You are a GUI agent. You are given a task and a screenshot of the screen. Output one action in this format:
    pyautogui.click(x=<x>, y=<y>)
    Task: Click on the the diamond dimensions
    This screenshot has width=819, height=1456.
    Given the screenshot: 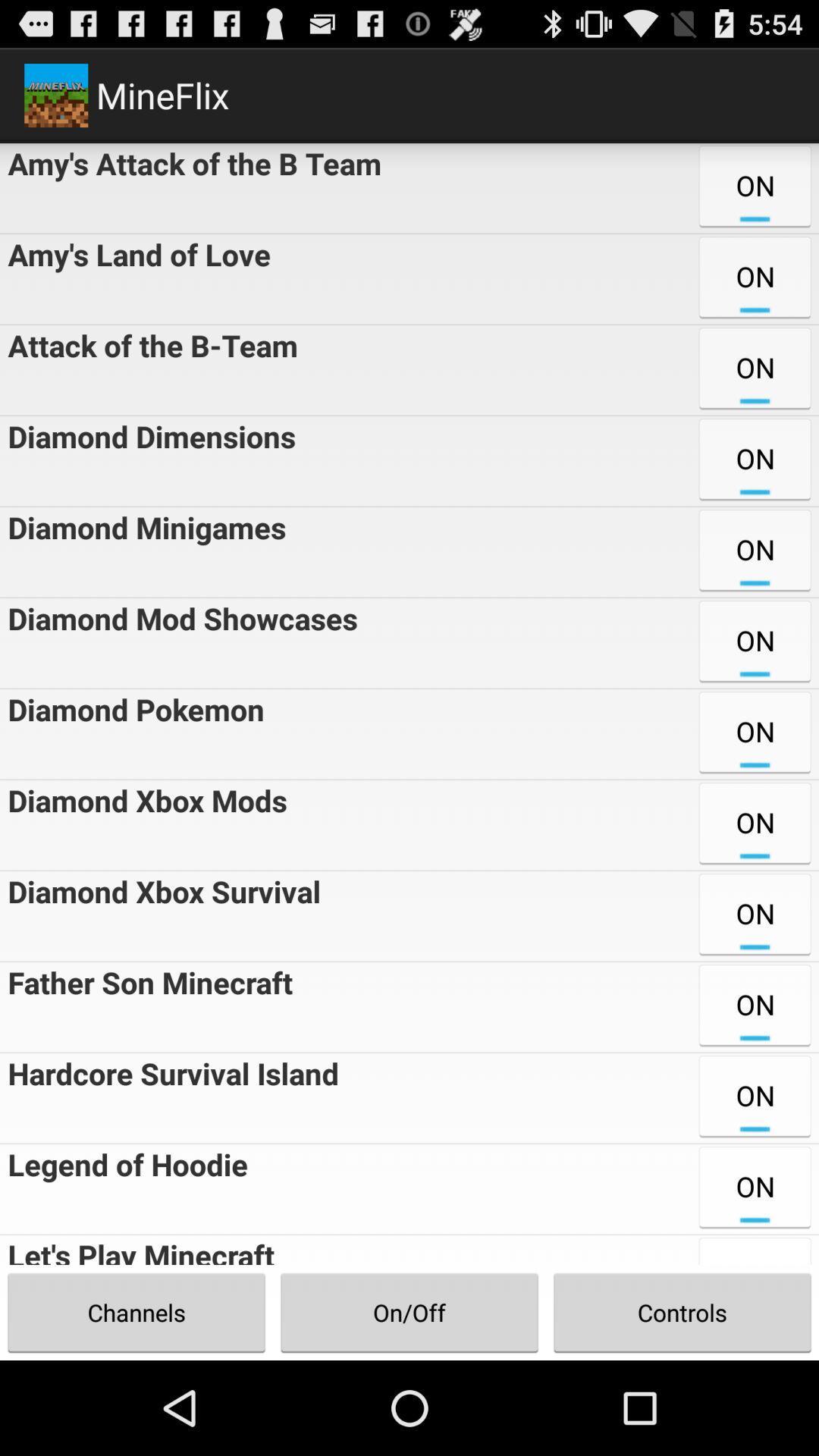 What is the action you would take?
    pyautogui.click(x=148, y=460)
    